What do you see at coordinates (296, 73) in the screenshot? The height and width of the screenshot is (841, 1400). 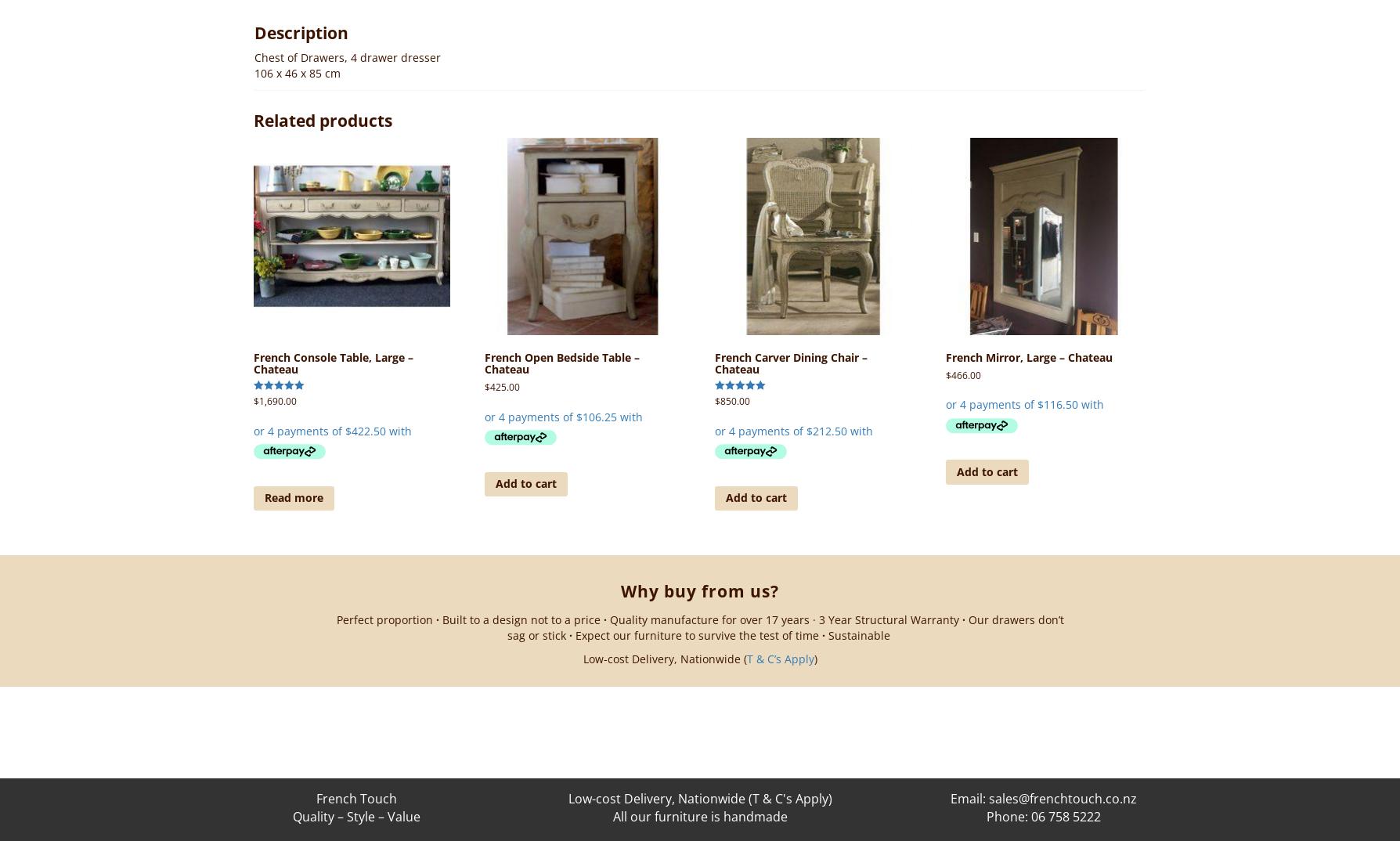 I see `'106 x 46 x 85 cm'` at bounding box center [296, 73].